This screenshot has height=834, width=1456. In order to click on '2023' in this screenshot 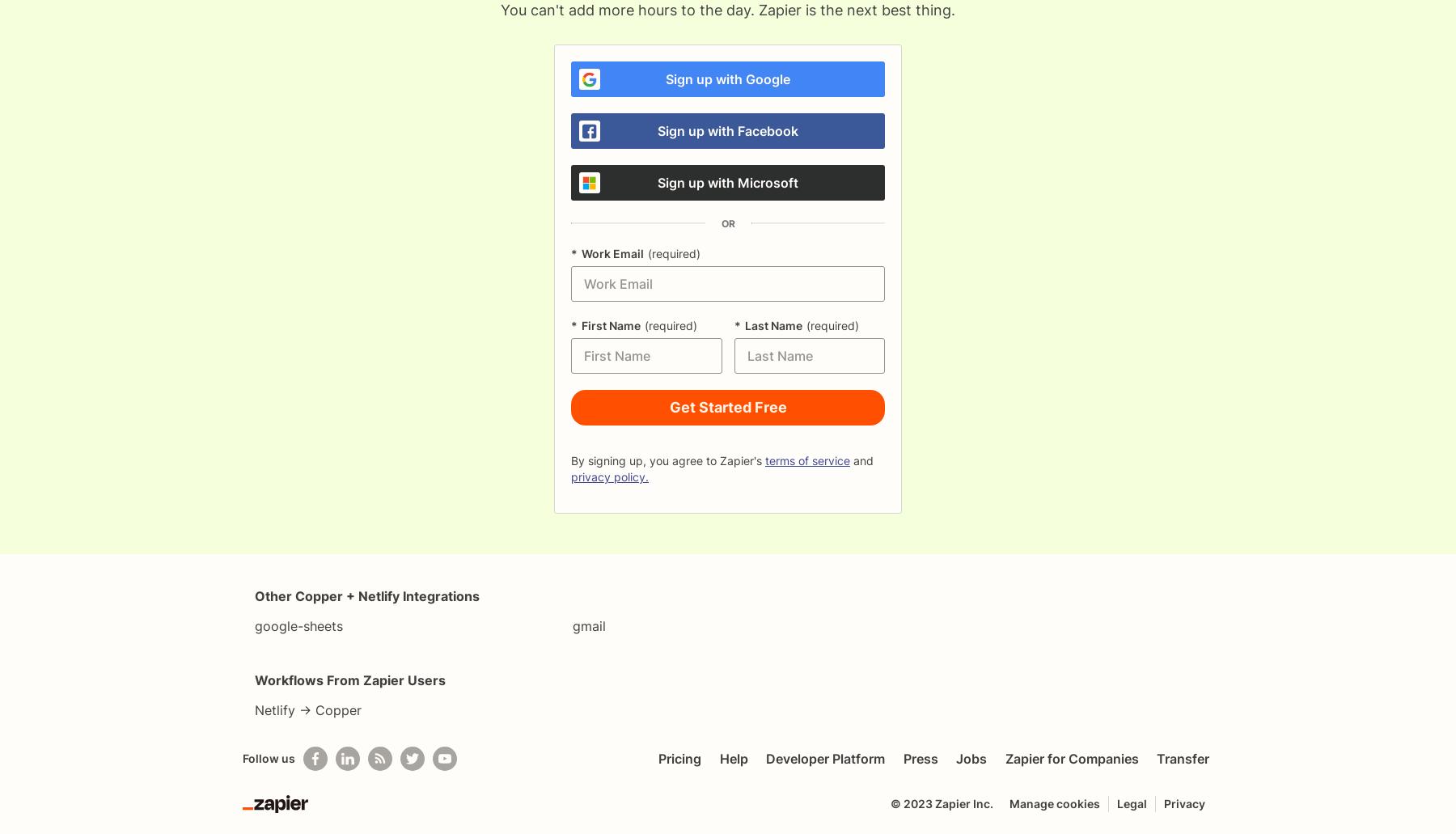, I will do `click(917, 802)`.